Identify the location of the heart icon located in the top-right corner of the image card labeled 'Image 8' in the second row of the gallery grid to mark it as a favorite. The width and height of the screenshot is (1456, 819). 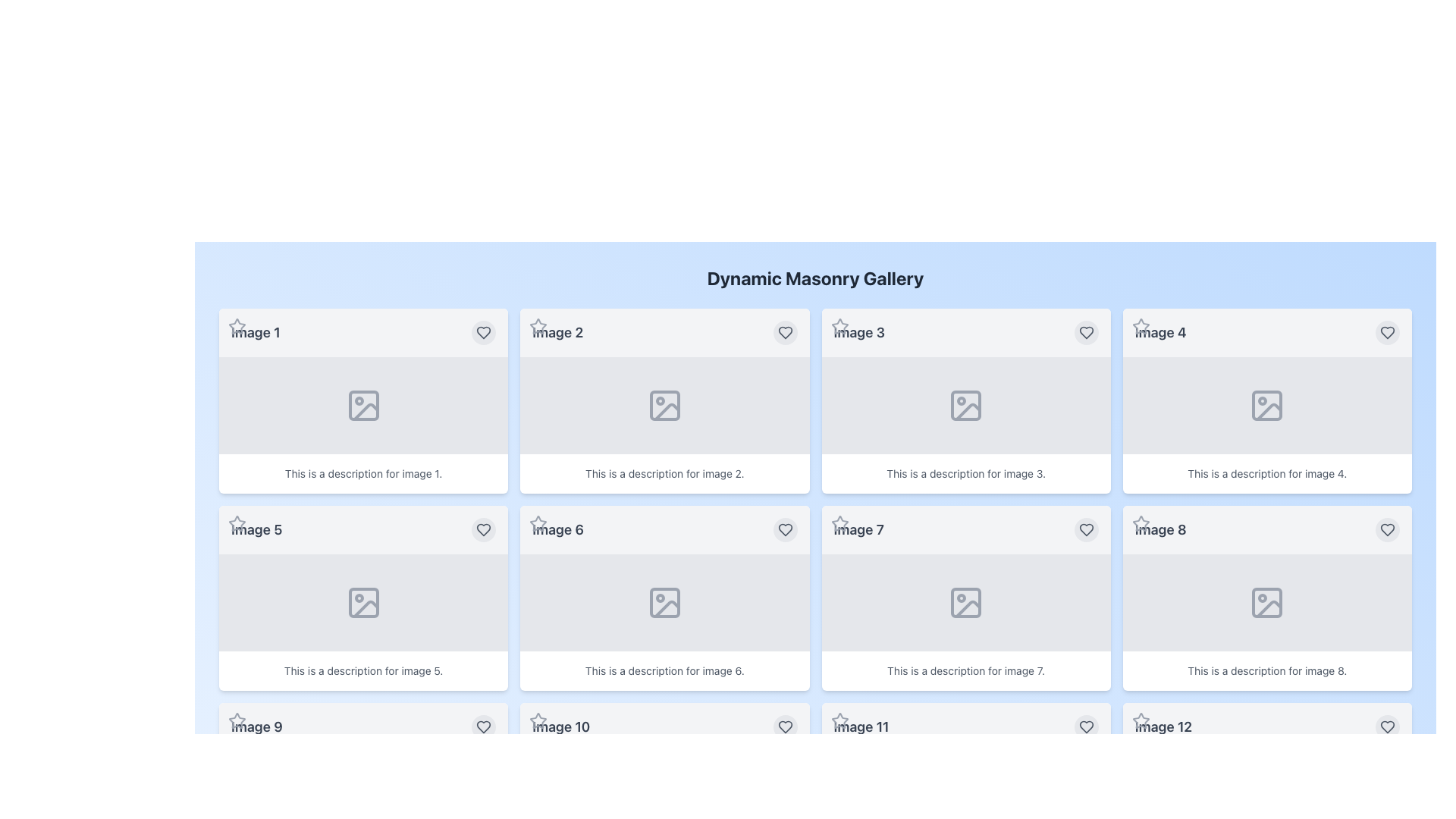
(1085, 726).